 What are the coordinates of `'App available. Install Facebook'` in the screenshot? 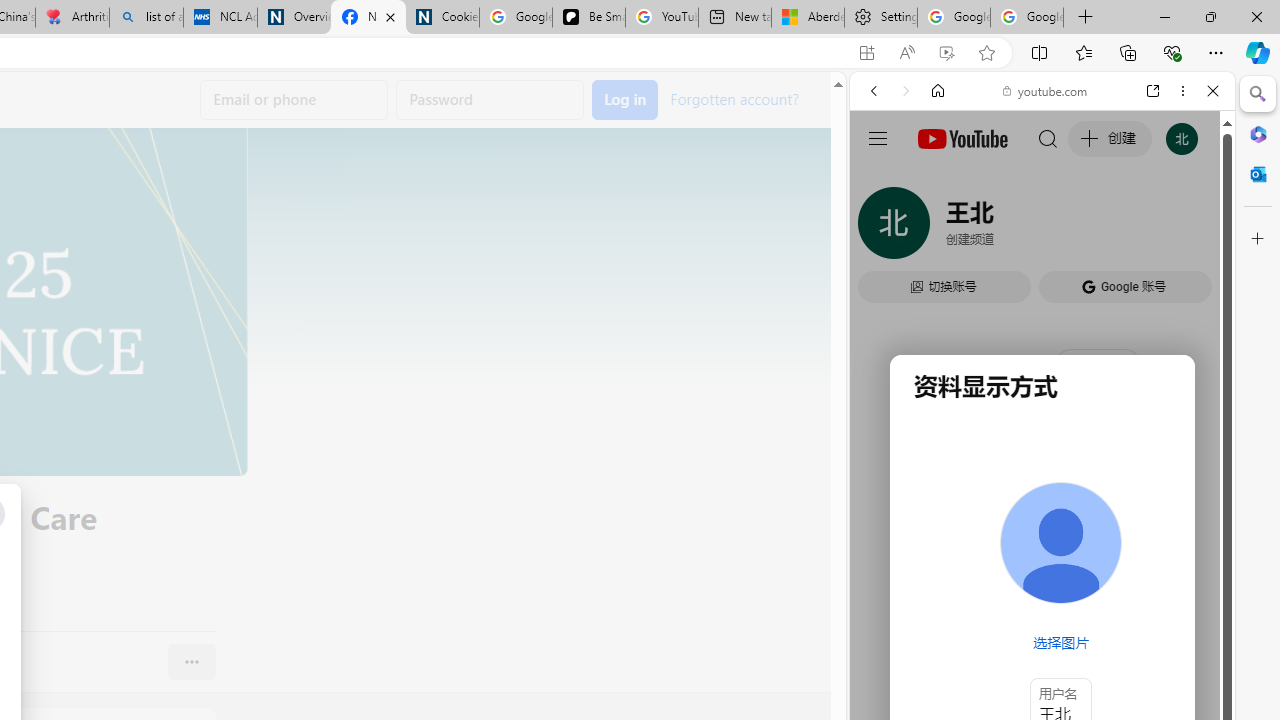 It's located at (867, 52).